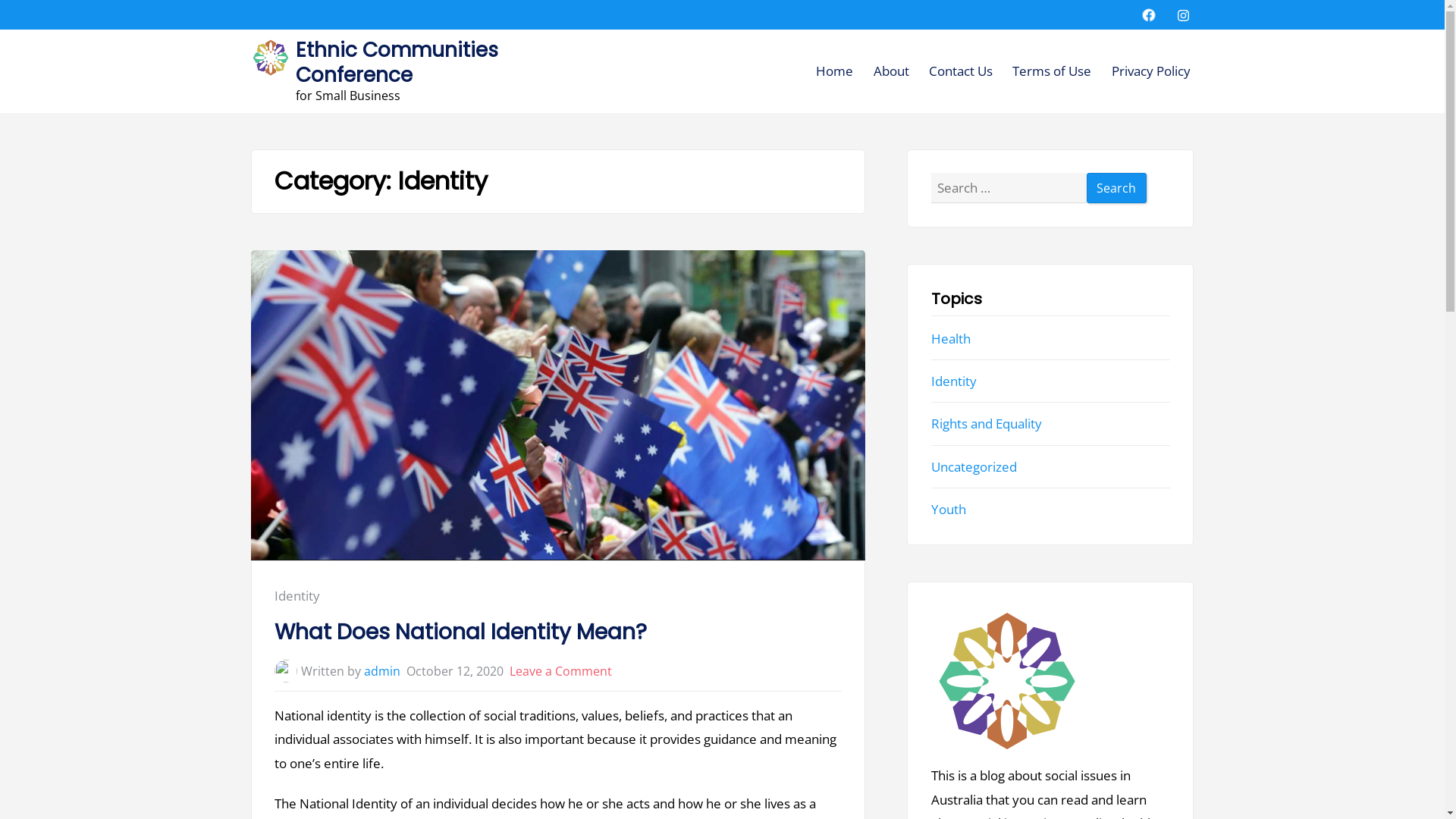  What do you see at coordinates (1150, 71) in the screenshot?
I see `'Privacy Policy'` at bounding box center [1150, 71].